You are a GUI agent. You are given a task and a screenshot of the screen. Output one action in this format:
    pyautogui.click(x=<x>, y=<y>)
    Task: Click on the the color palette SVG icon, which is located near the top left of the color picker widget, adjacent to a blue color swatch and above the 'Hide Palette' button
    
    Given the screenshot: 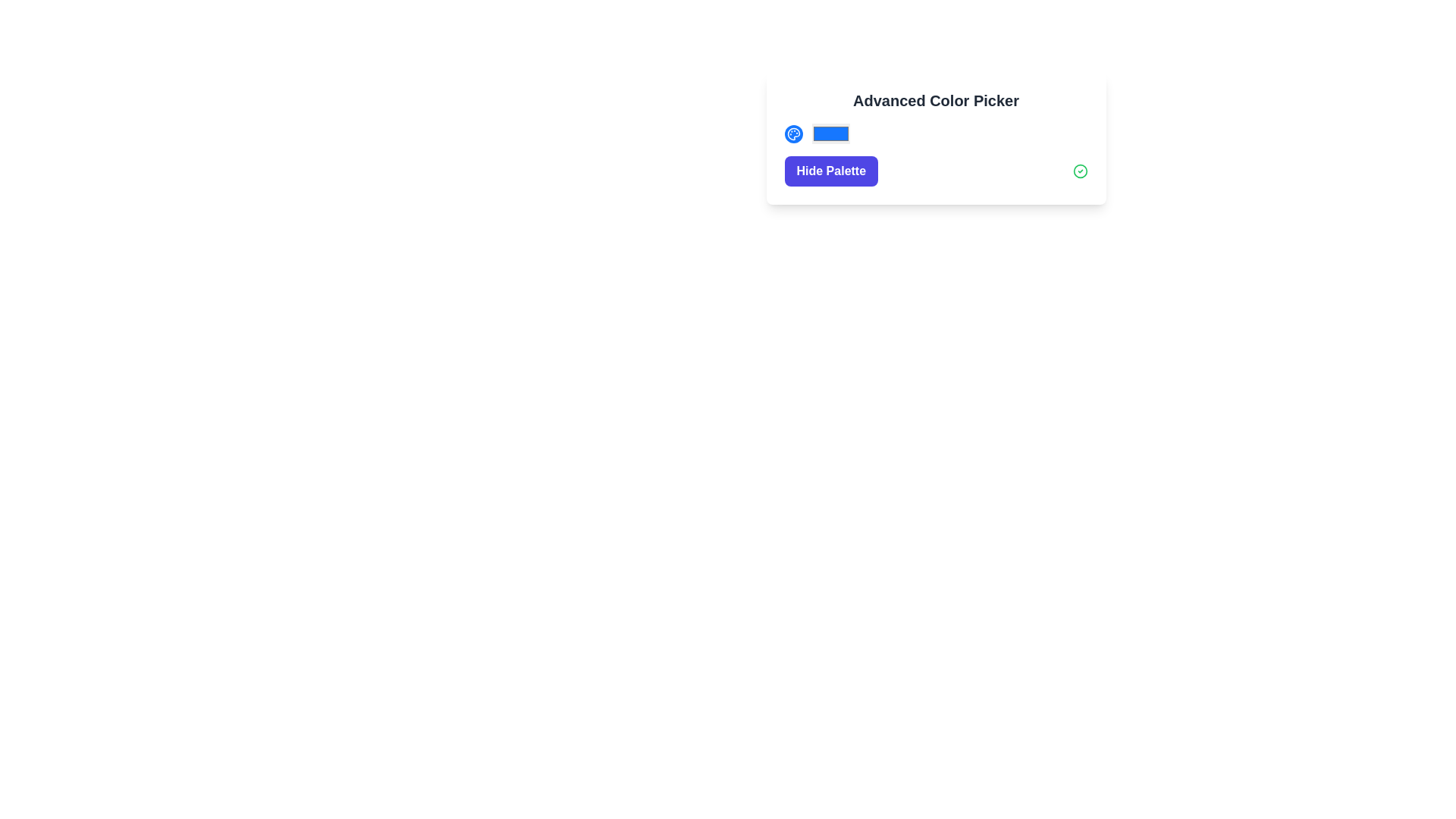 What is the action you would take?
    pyautogui.click(x=792, y=133)
    